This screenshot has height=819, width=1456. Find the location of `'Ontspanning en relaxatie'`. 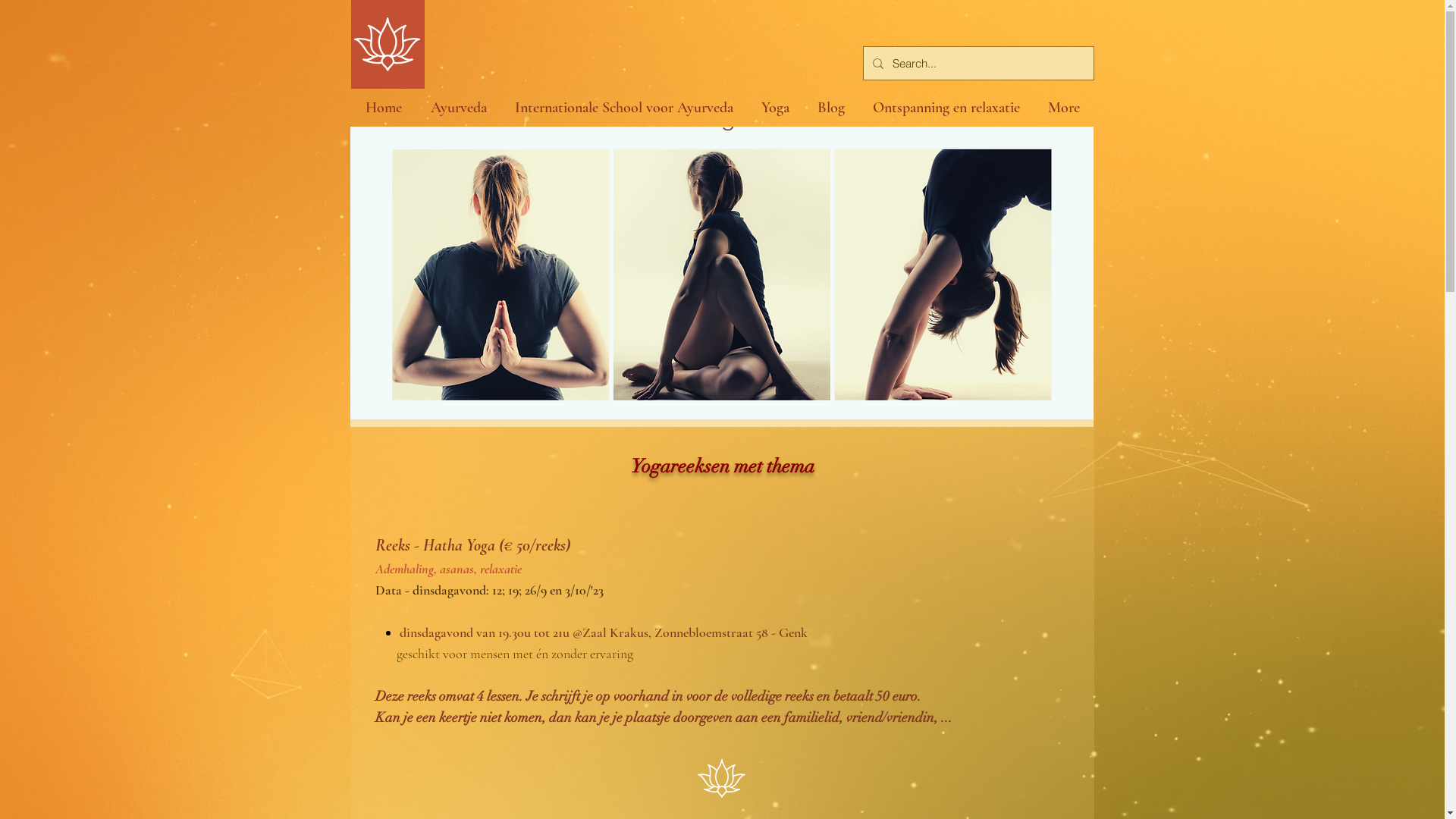

'Ontspanning en relaxatie' is located at coordinates (858, 107).